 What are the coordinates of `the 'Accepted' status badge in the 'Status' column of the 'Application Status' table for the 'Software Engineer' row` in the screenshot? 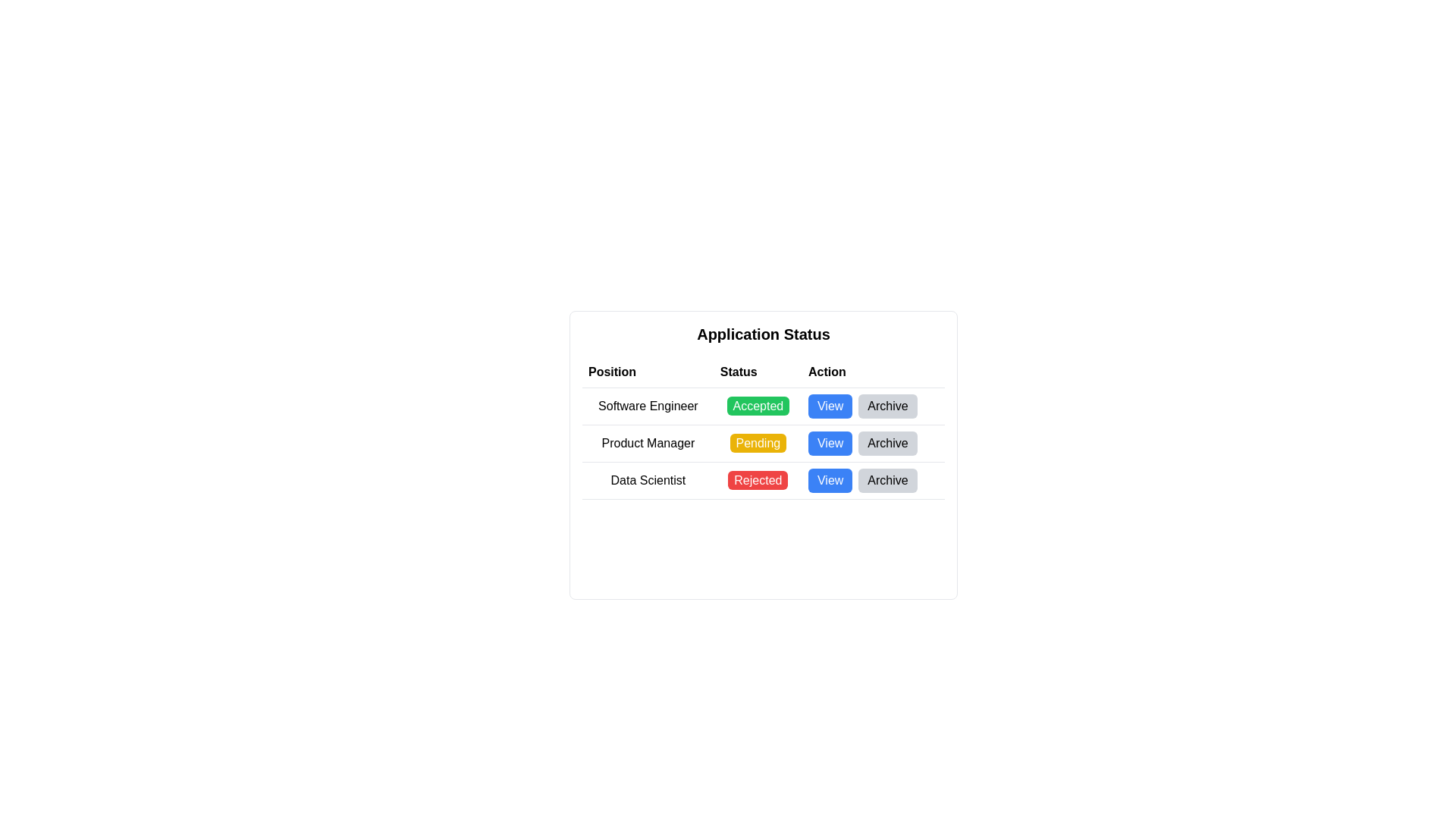 It's located at (758, 405).